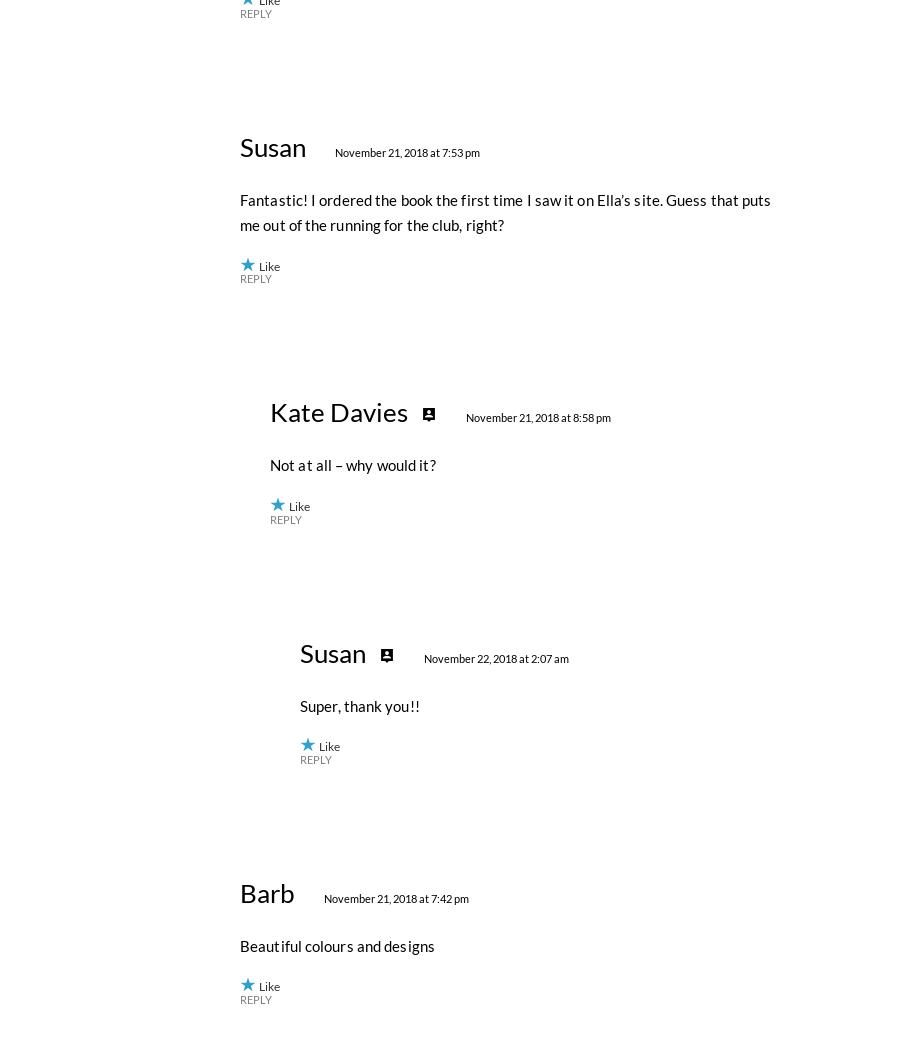  Describe the element at coordinates (271, 584) in the screenshot. I see `'Susan'` at that location.